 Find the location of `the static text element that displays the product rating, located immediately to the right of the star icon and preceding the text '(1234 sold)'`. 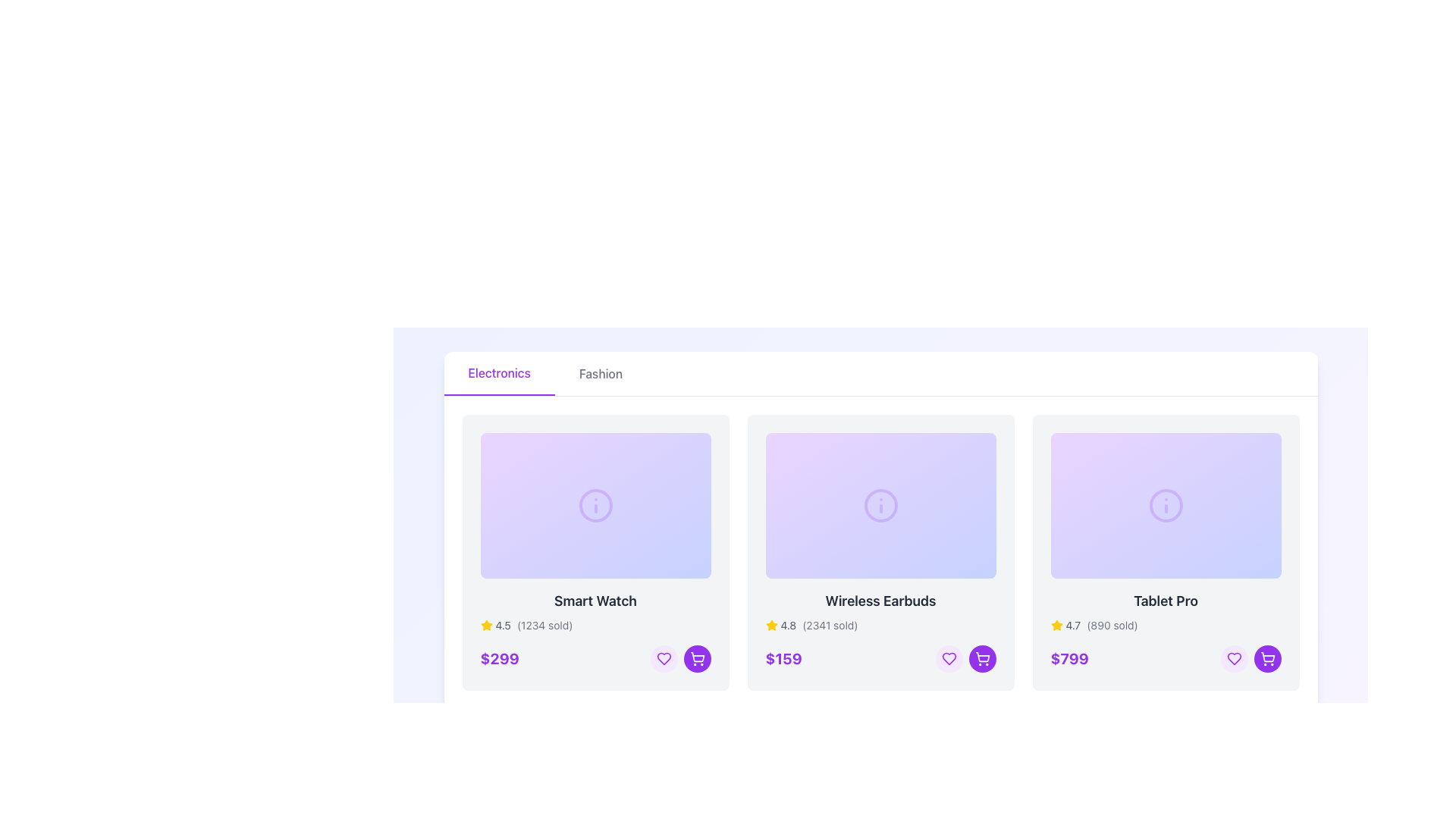

the static text element that displays the product rating, located immediately to the right of the star icon and preceding the text '(1234 sold)' is located at coordinates (503, 626).